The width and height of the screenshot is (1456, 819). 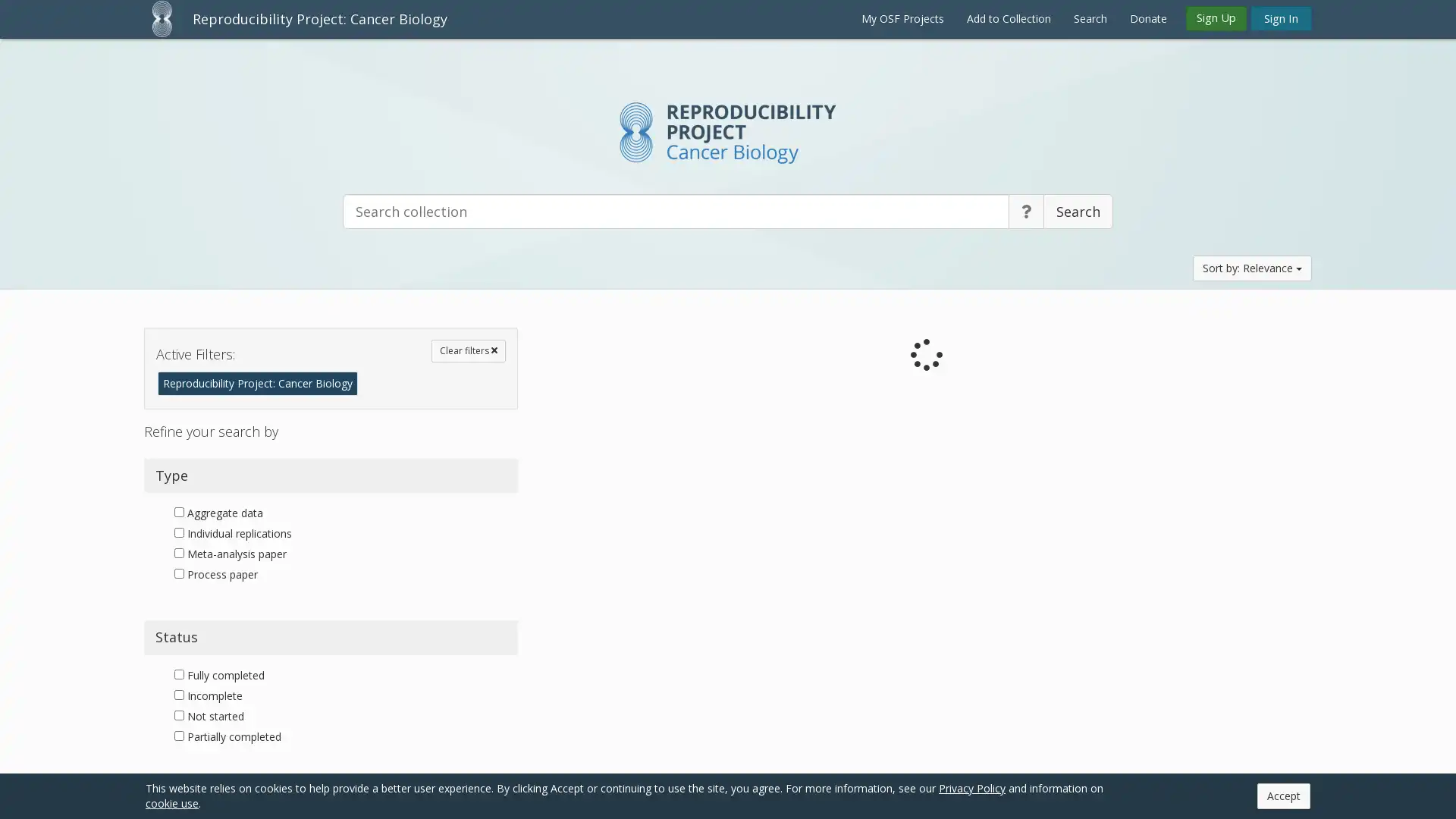 What do you see at coordinates (1280, 17) in the screenshot?
I see `Sign In` at bounding box center [1280, 17].